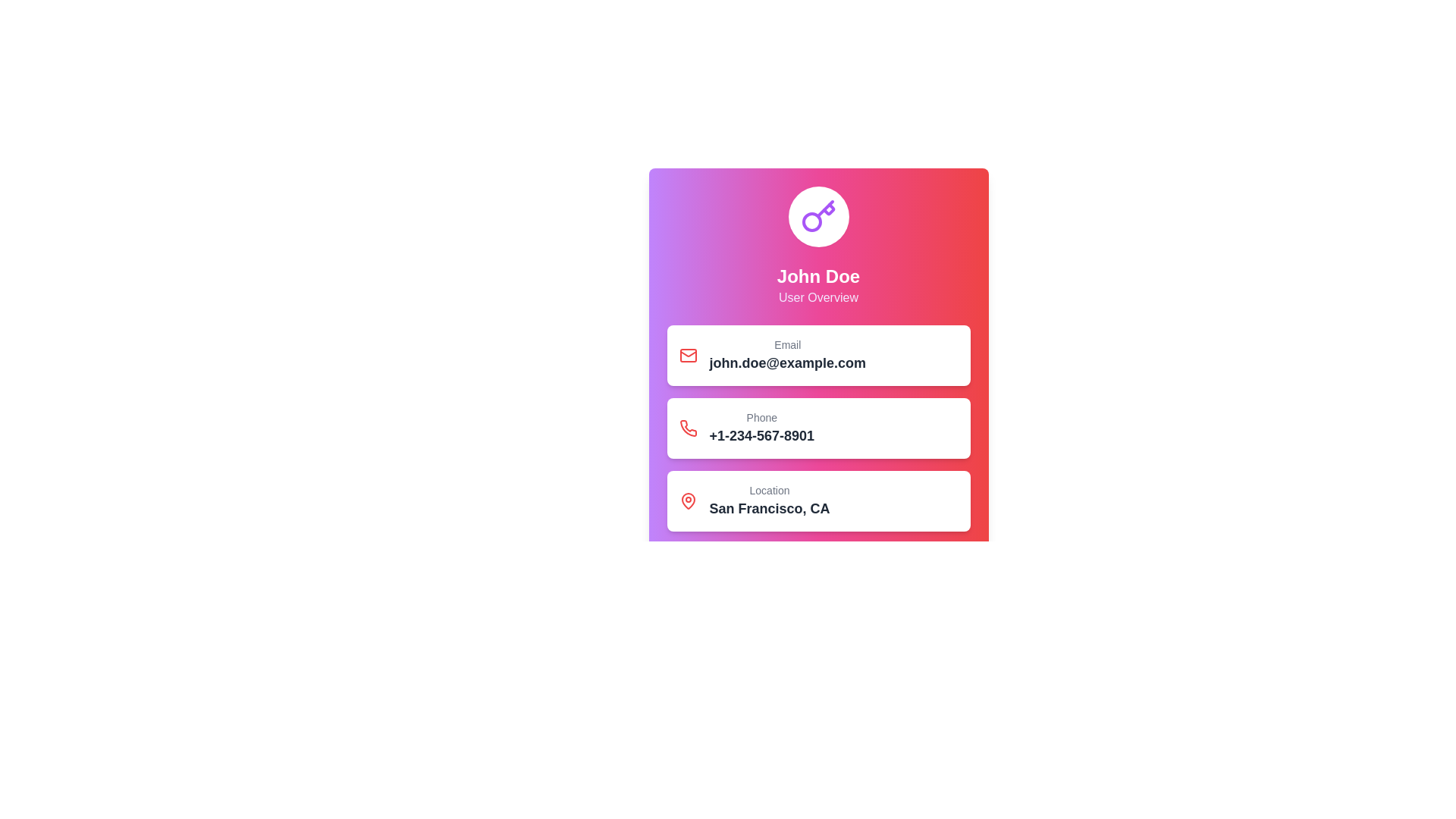  Describe the element at coordinates (687, 500) in the screenshot. I see `the red outlined map pin icon located within the white rounded rectangle card in the 'Location' section, adjacent to the text 'Location San Francisco, CA'` at that location.